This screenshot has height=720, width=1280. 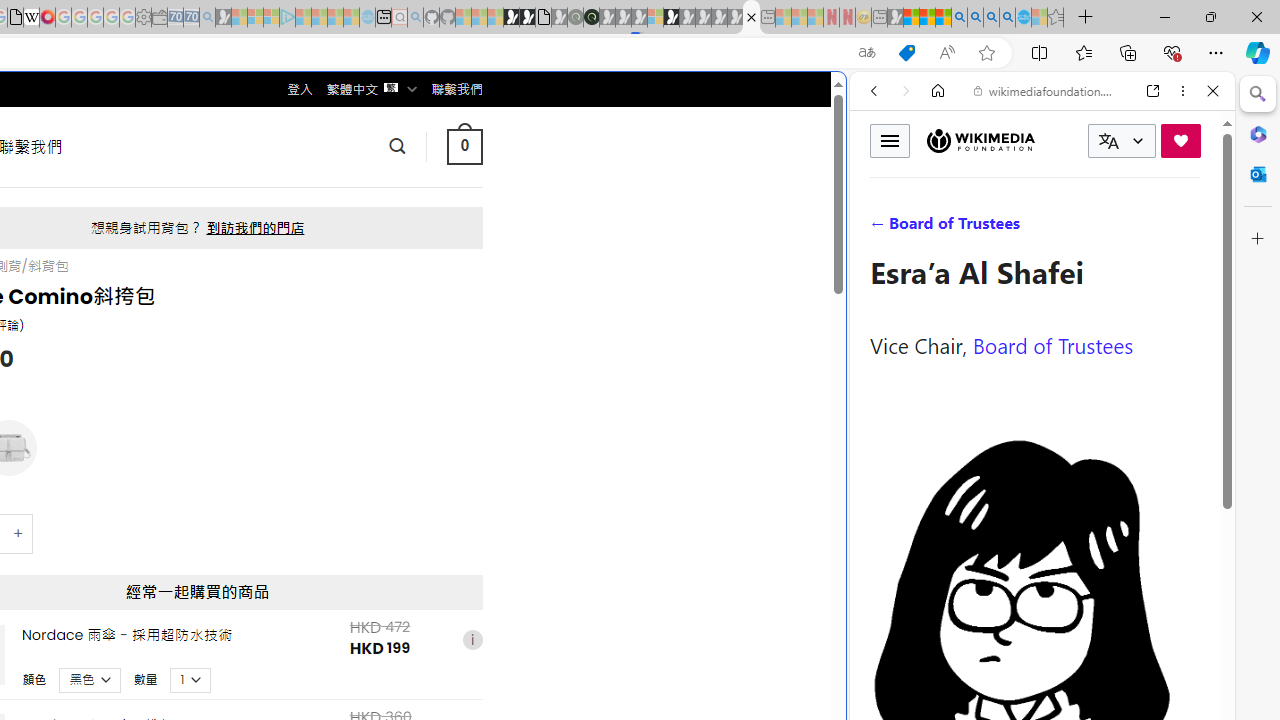 I want to click on '  0  ', so click(x=463, y=145).